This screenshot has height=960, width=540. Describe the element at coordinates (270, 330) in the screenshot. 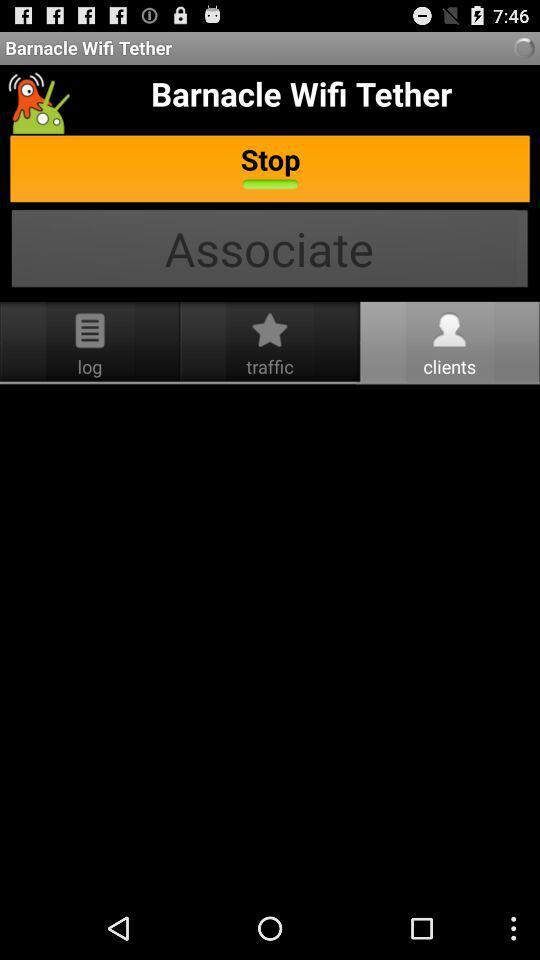

I see `the star icon which is just above the traffic` at that location.